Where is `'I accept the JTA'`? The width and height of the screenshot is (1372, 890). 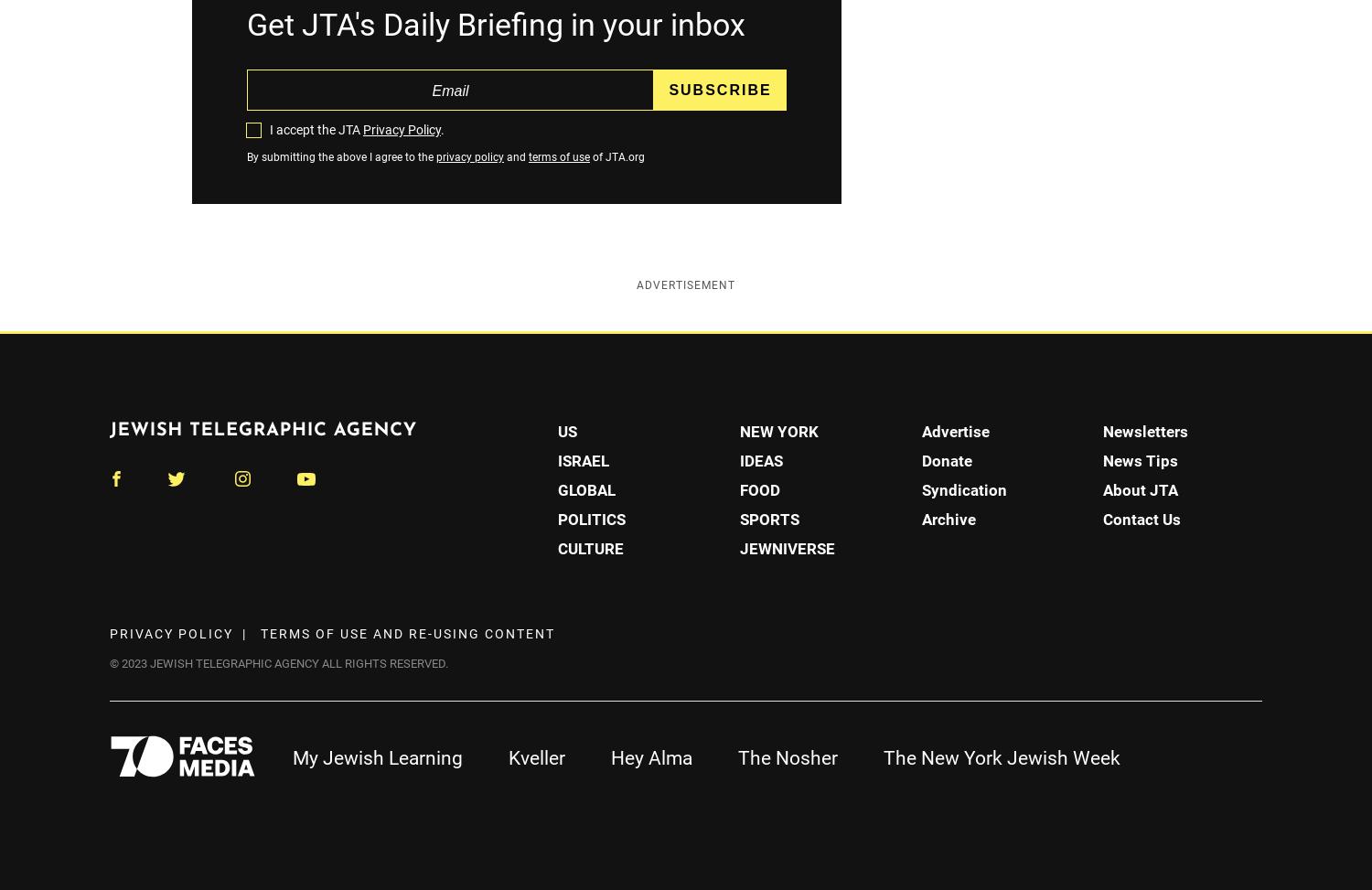
'I accept the JTA' is located at coordinates (316, 129).